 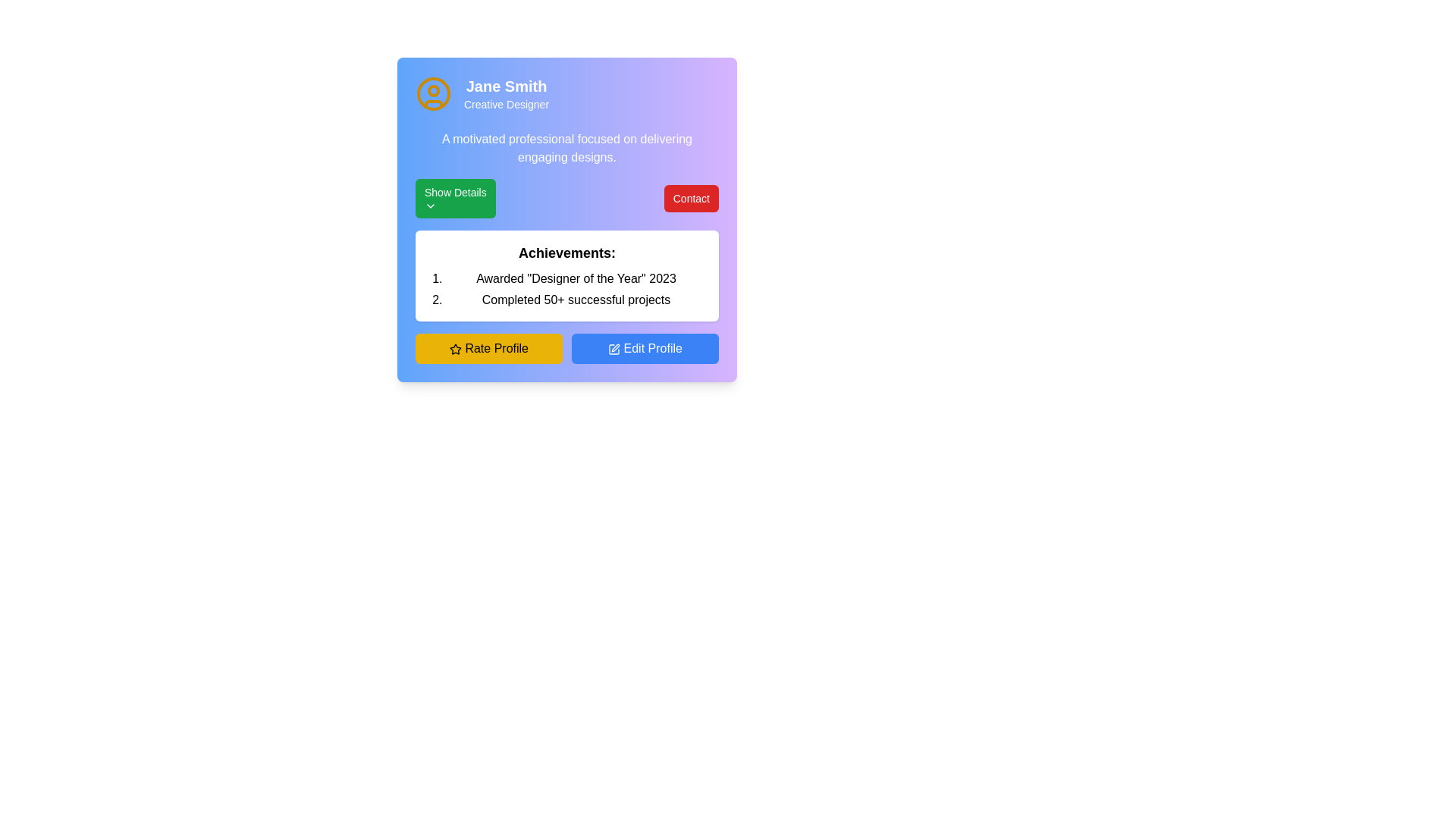 I want to click on the 'Rate Profile' button, which is a rectangular button with a yellow background and black text, located at the bottom-left of a horizontal layout containing two buttons, so click(x=488, y=348).